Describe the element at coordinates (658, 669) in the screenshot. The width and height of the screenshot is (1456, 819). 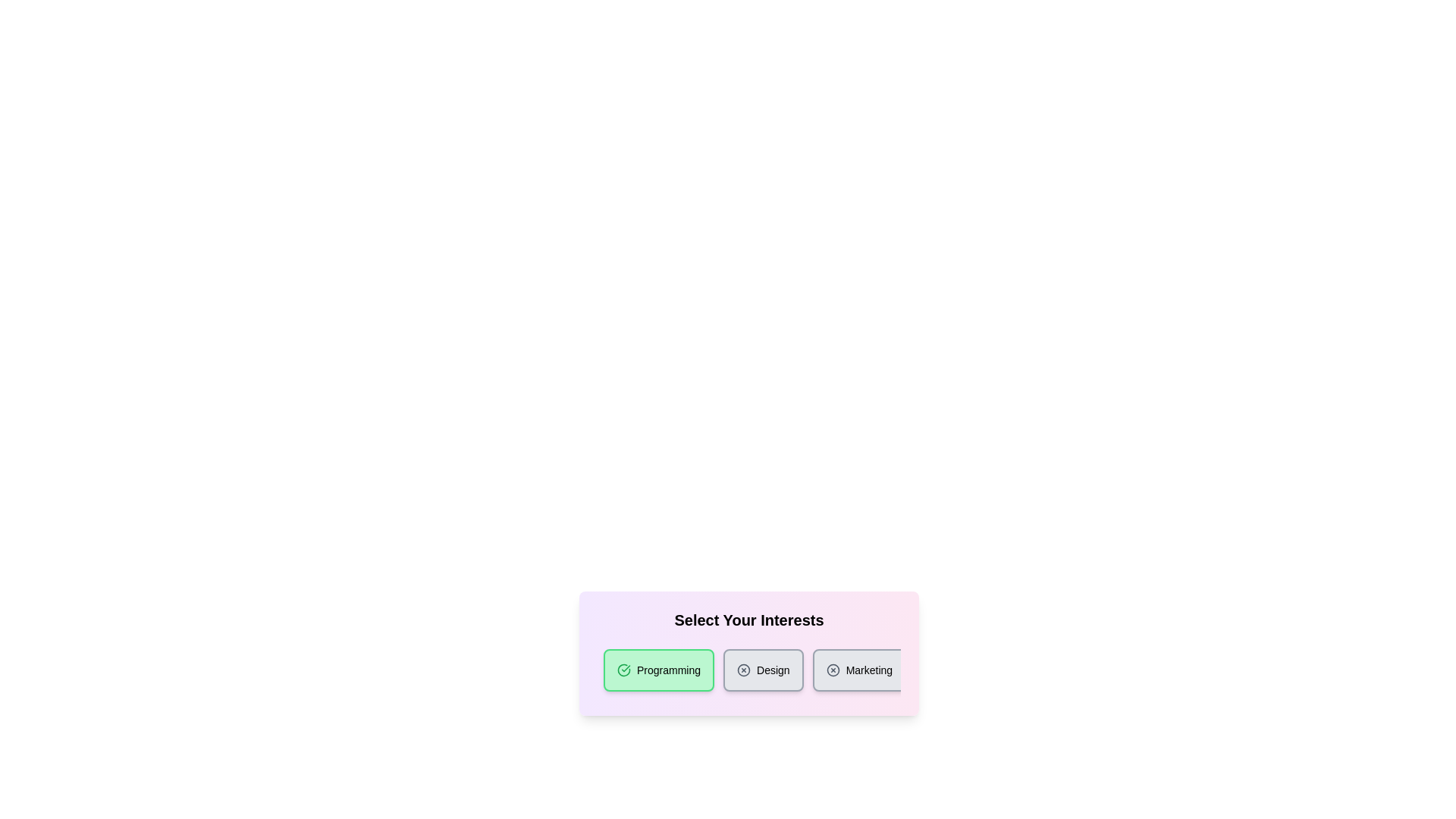
I see `the category chip labeled 'Programming'` at that location.